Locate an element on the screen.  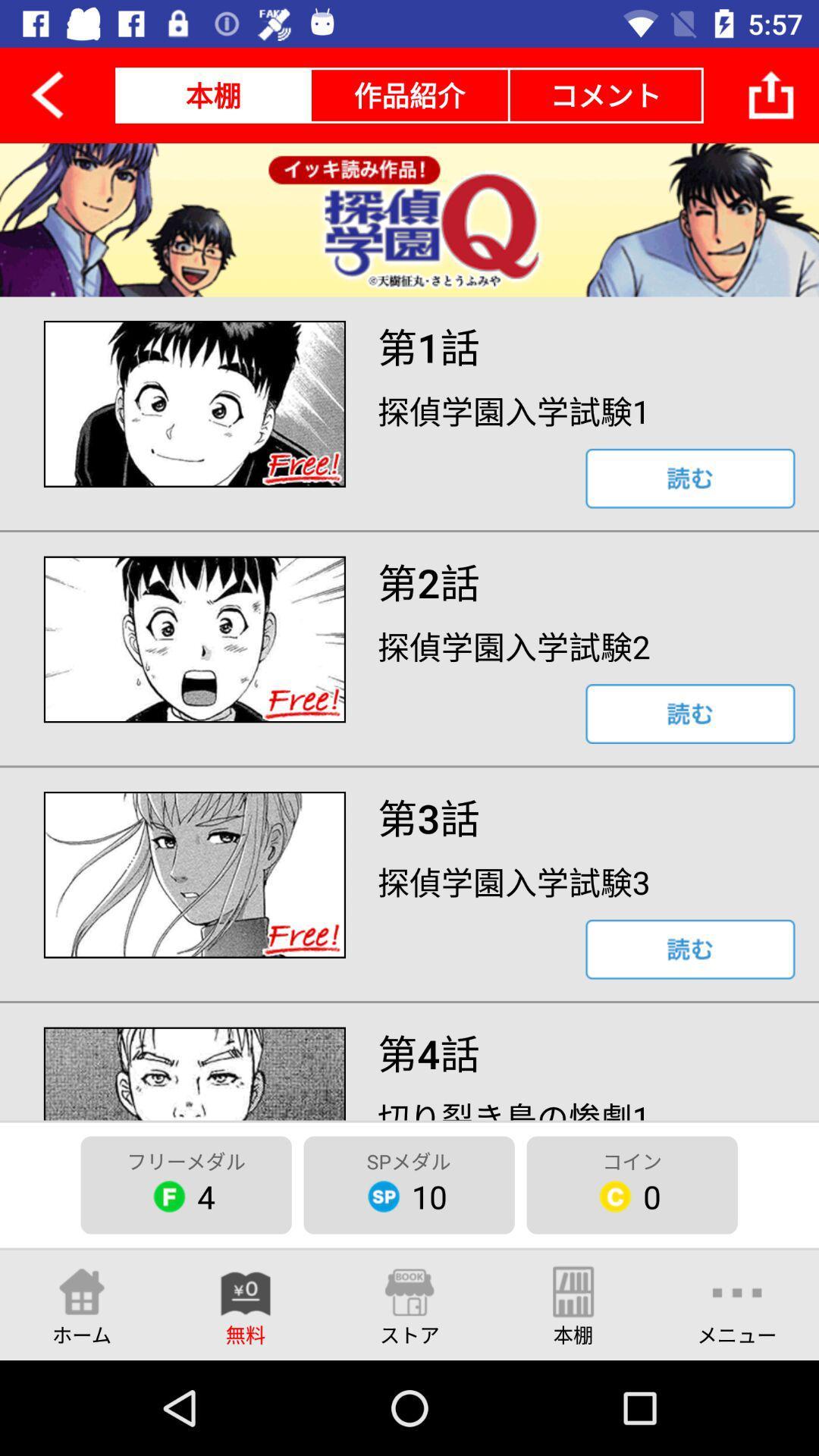
the arrow_backward icon is located at coordinates (46, 94).